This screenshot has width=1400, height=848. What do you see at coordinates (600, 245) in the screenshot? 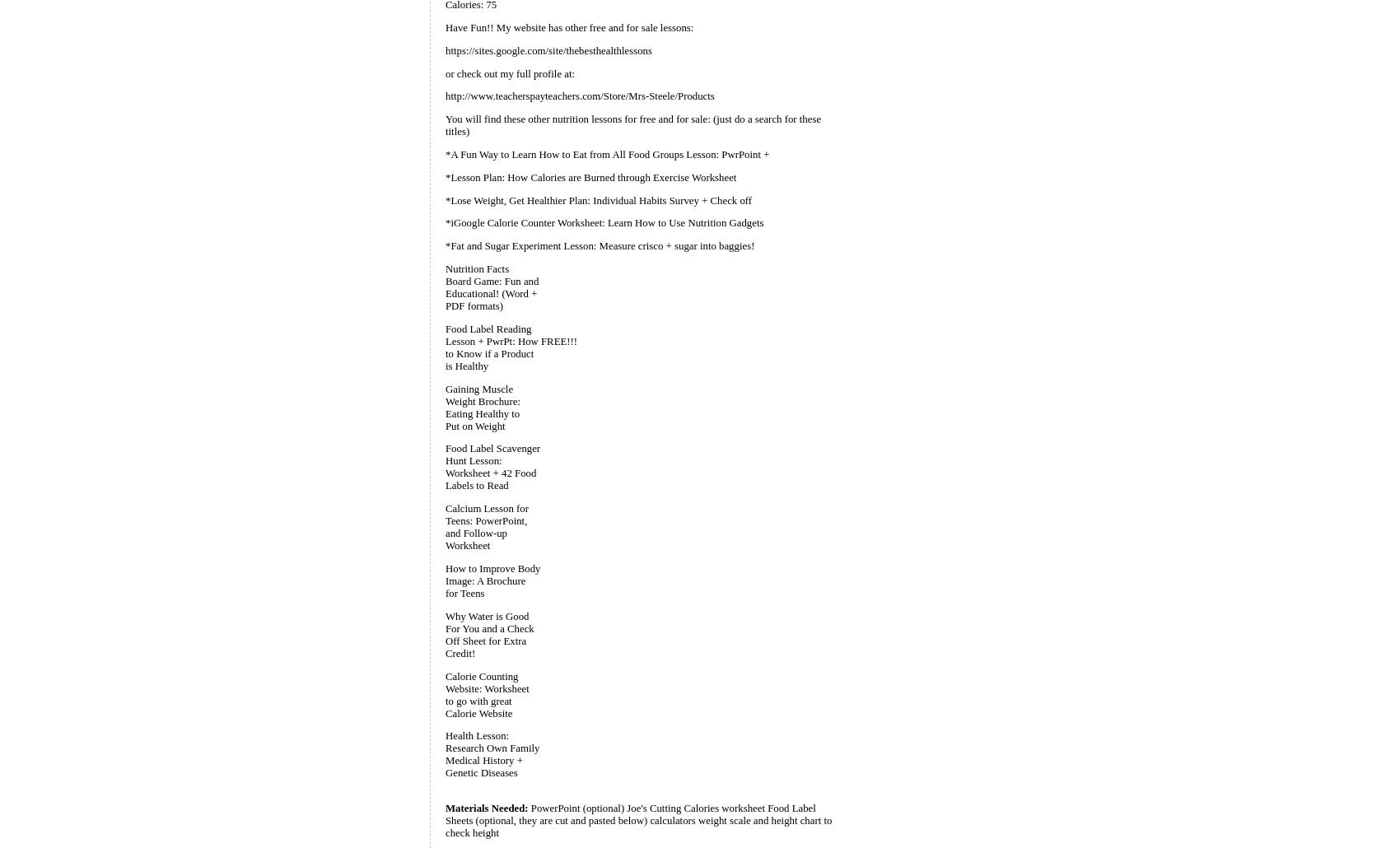
I see `'*Fat and Sugar Experiment Lesson: Measure crisco + sugar into baggies!'` at bounding box center [600, 245].